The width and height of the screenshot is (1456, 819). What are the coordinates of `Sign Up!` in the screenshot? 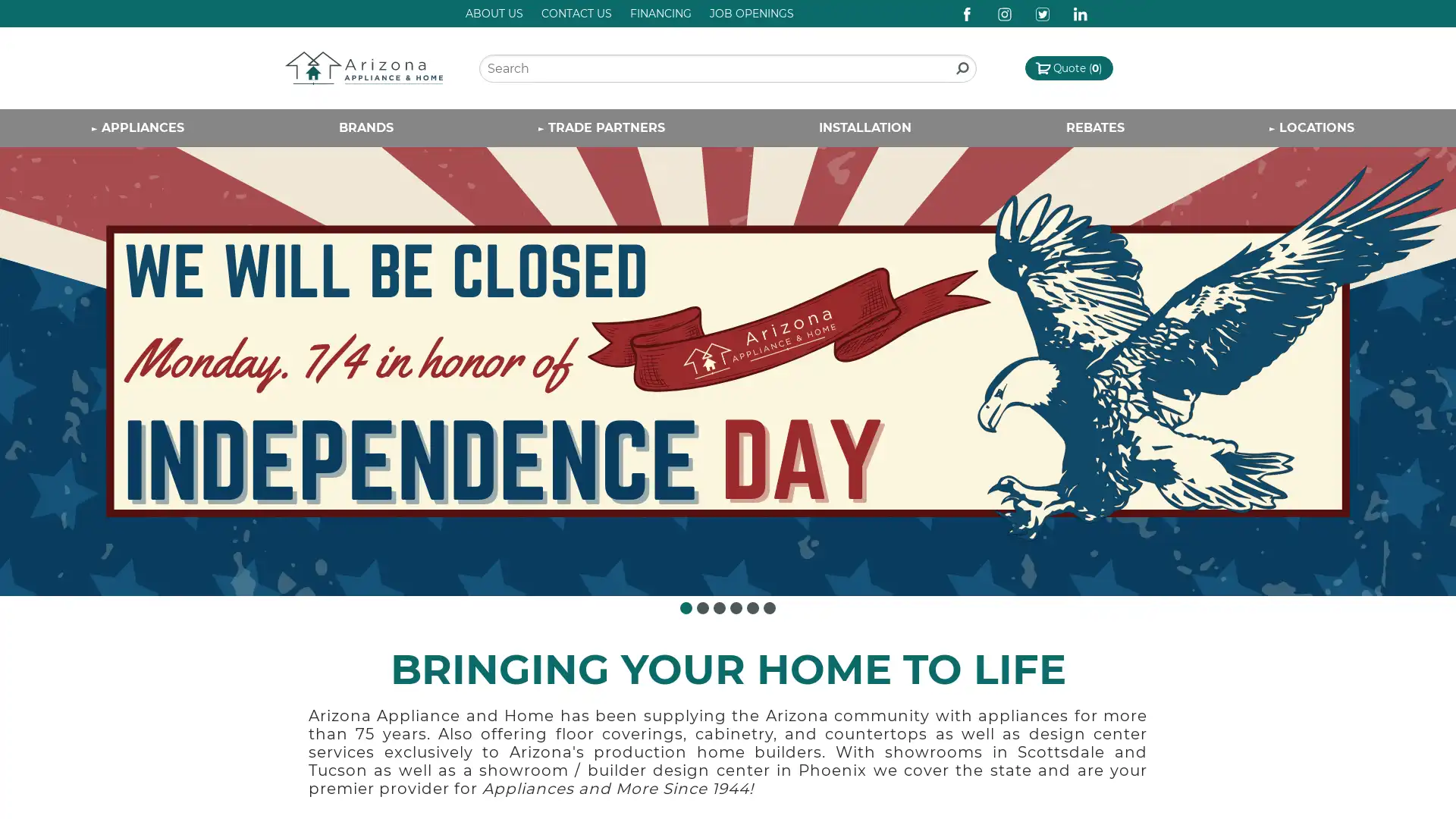 It's located at (728, 506).